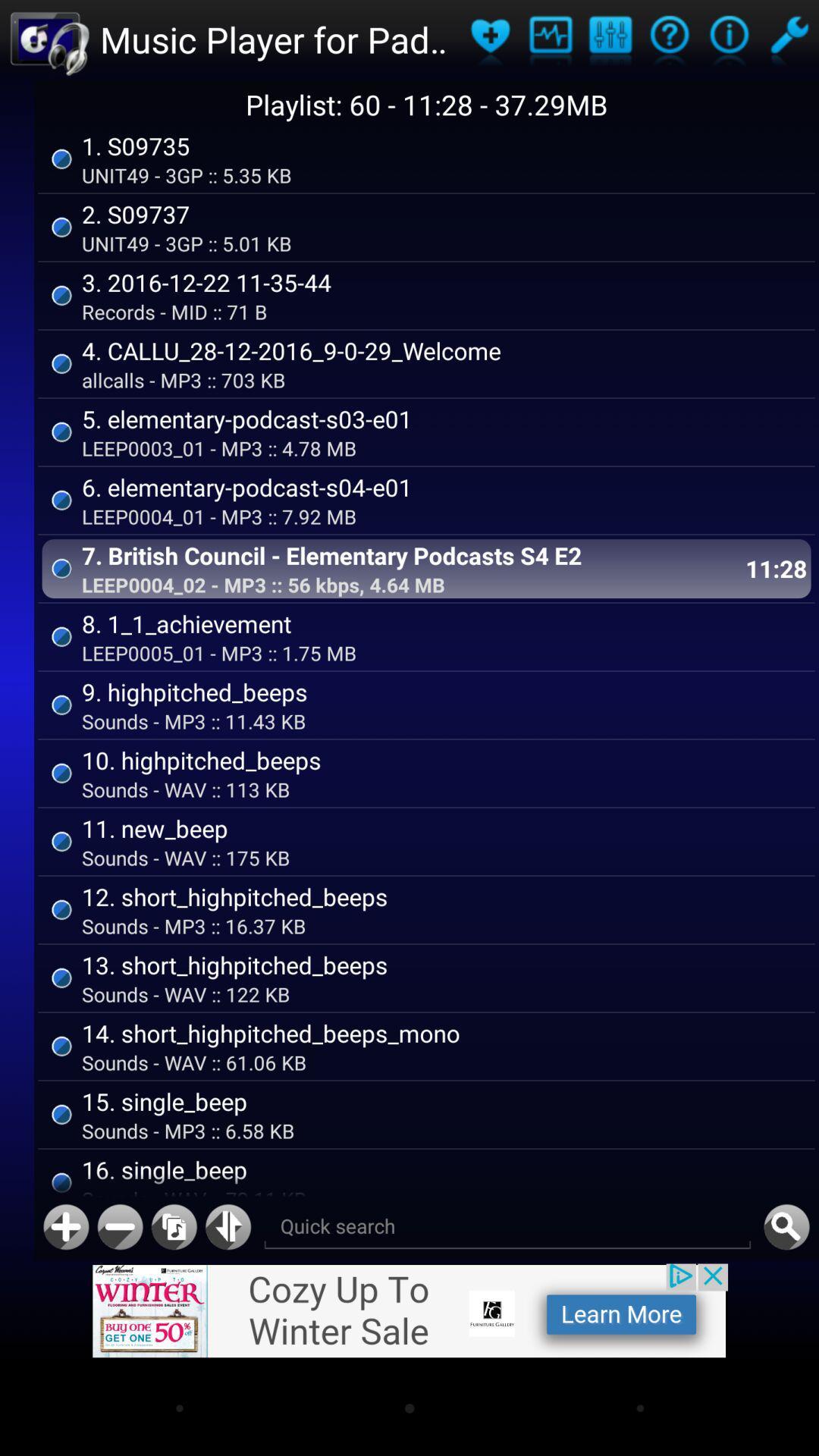  What do you see at coordinates (490, 39) in the screenshot?
I see `favorite` at bounding box center [490, 39].